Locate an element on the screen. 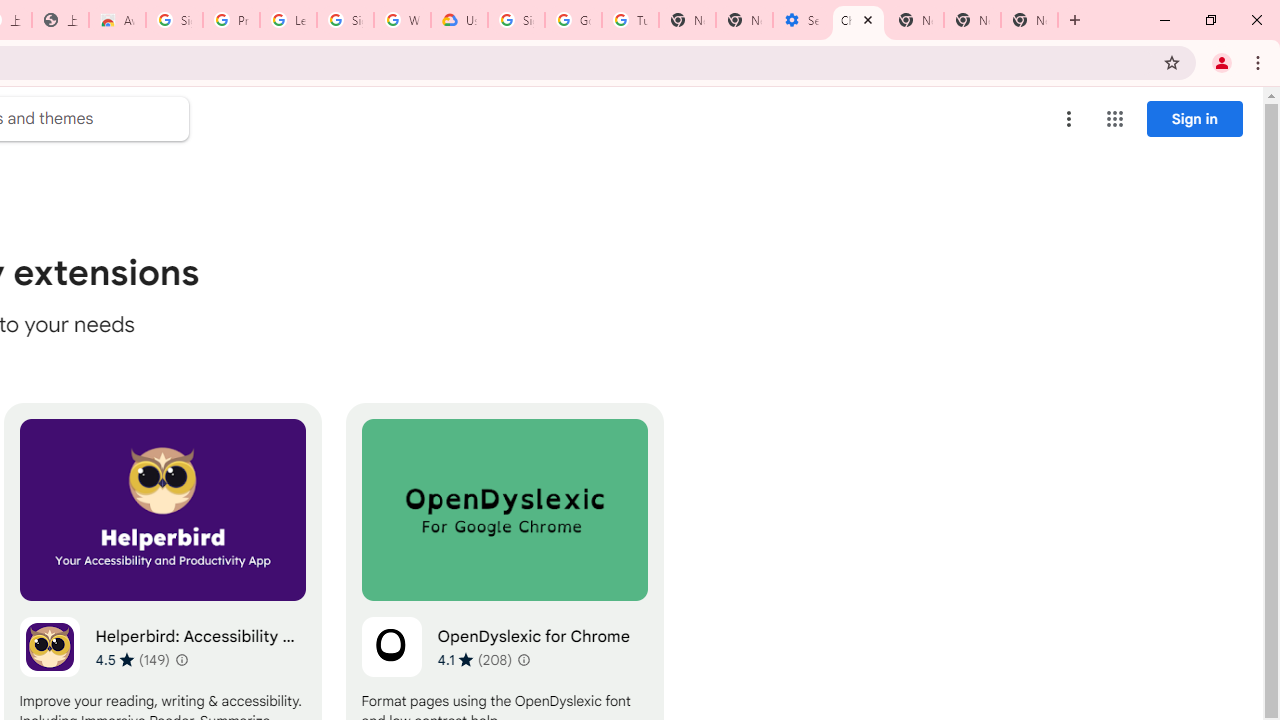  'Settings - Accessibility' is located at coordinates (801, 20).